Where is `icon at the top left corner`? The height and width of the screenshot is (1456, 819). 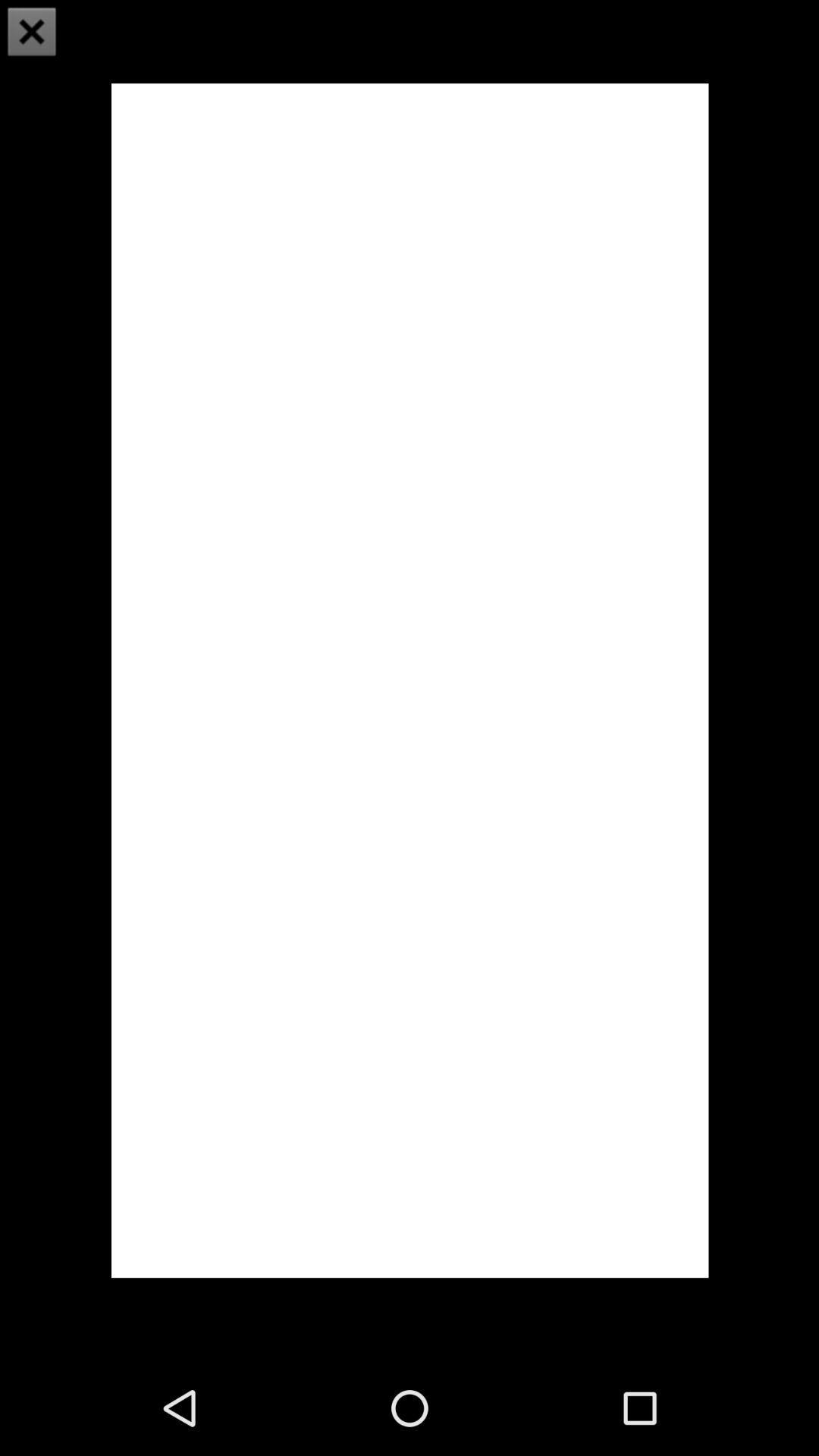
icon at the top left corner is located at coordinates (32, 32).